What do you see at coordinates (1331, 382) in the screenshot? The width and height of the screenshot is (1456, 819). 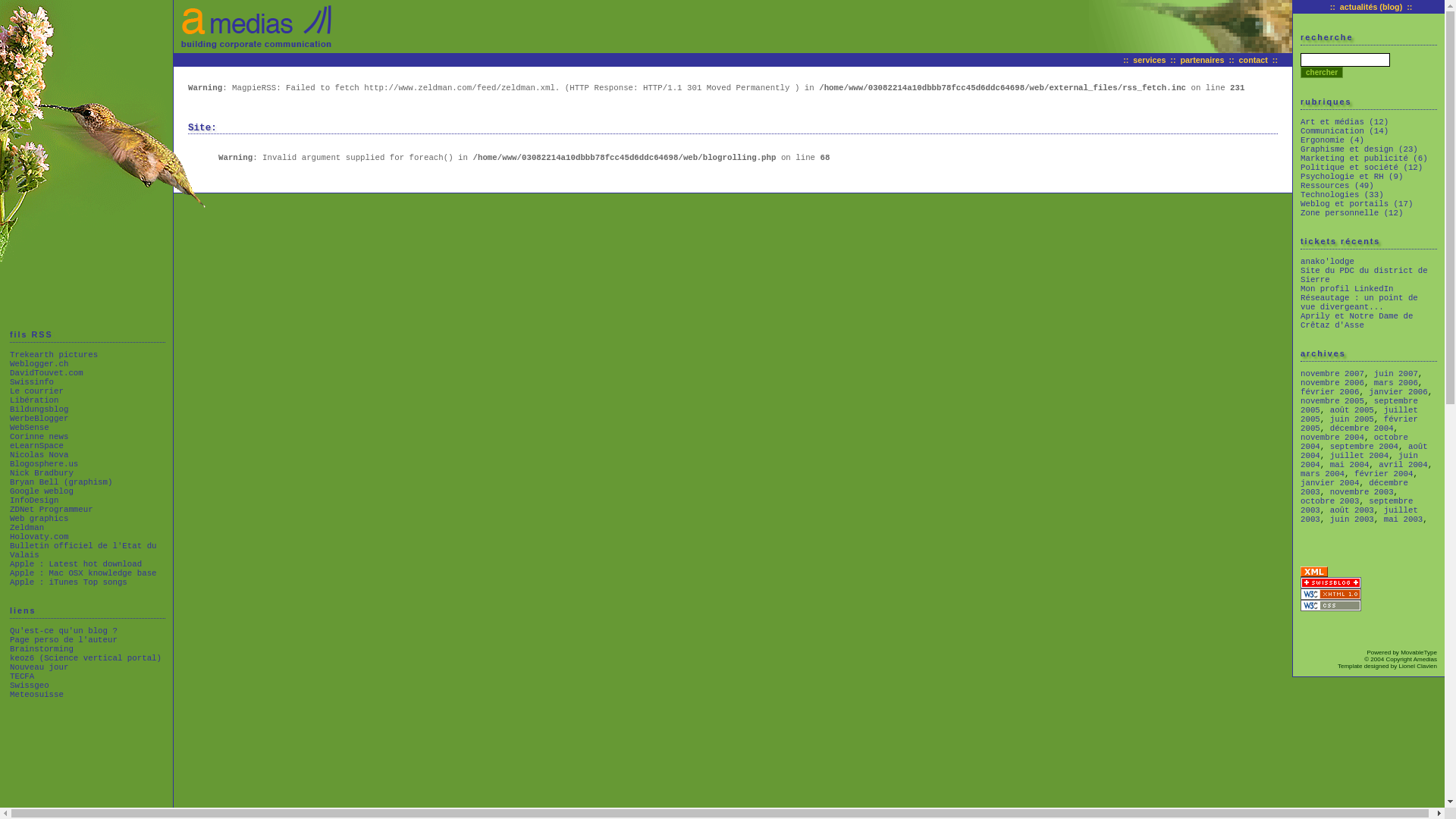 I see `'novembre 2006'` at bounding box center [1331, 382].